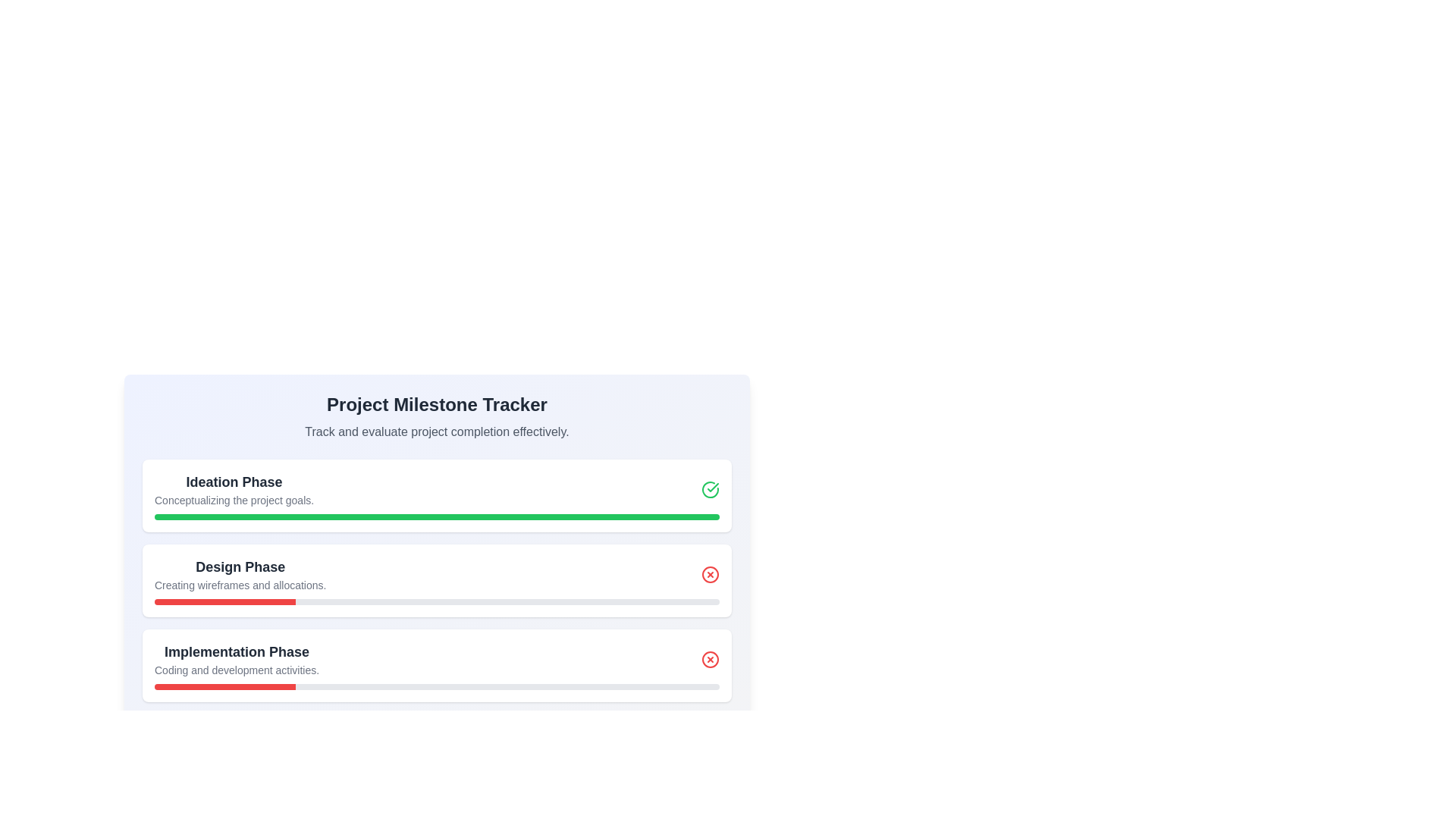 This screenshot has height=819, width=1456. What do you see at coordinates (234, 500) in the screenshot?
I see `text label containing 'Conceptualizing the project goals.' which is located directly beneath the title 'Ideation Phase' and above the green progress bar` at bounding box center [234, 500].